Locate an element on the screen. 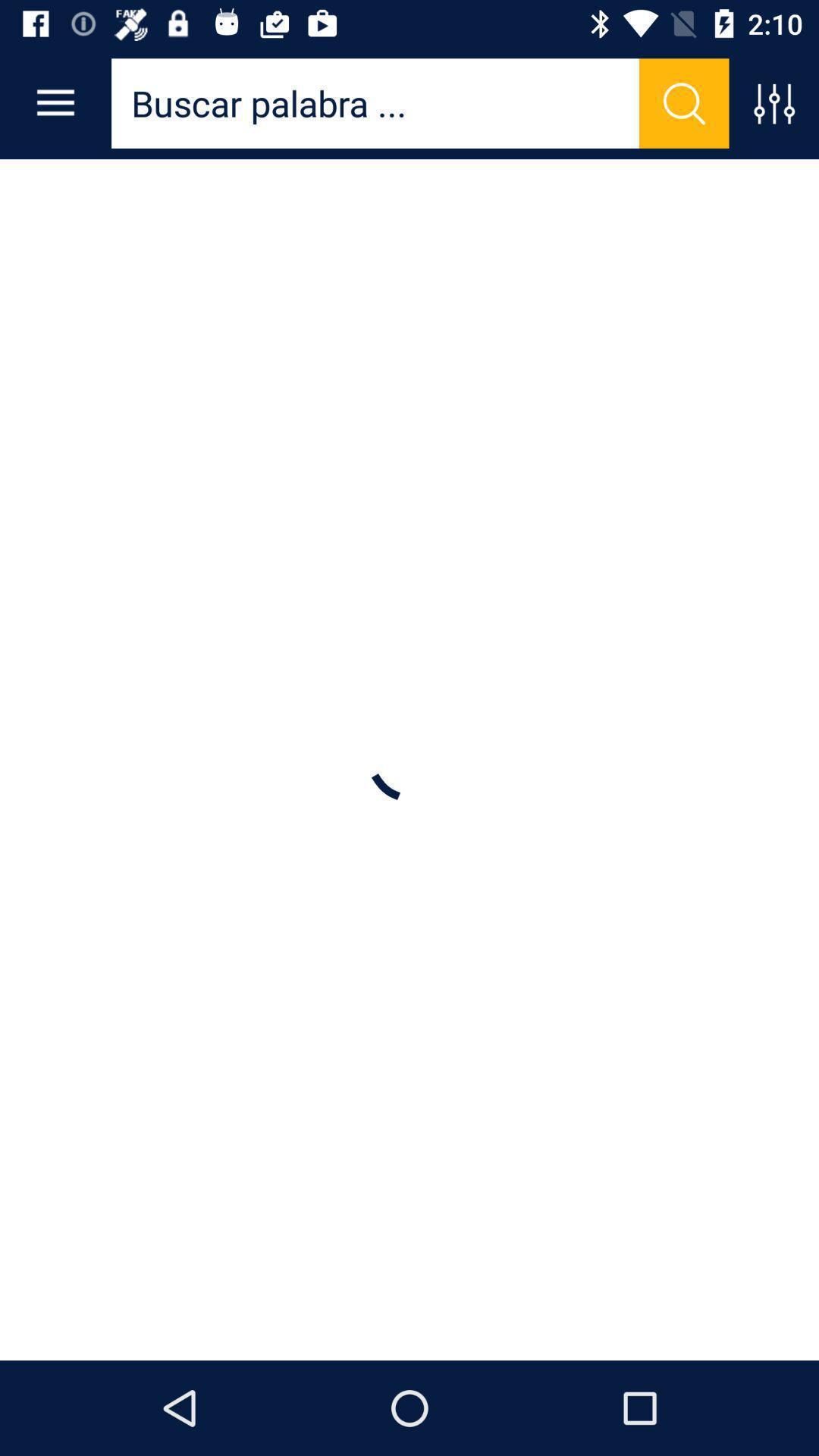  search is located at coordinates (684, 102).